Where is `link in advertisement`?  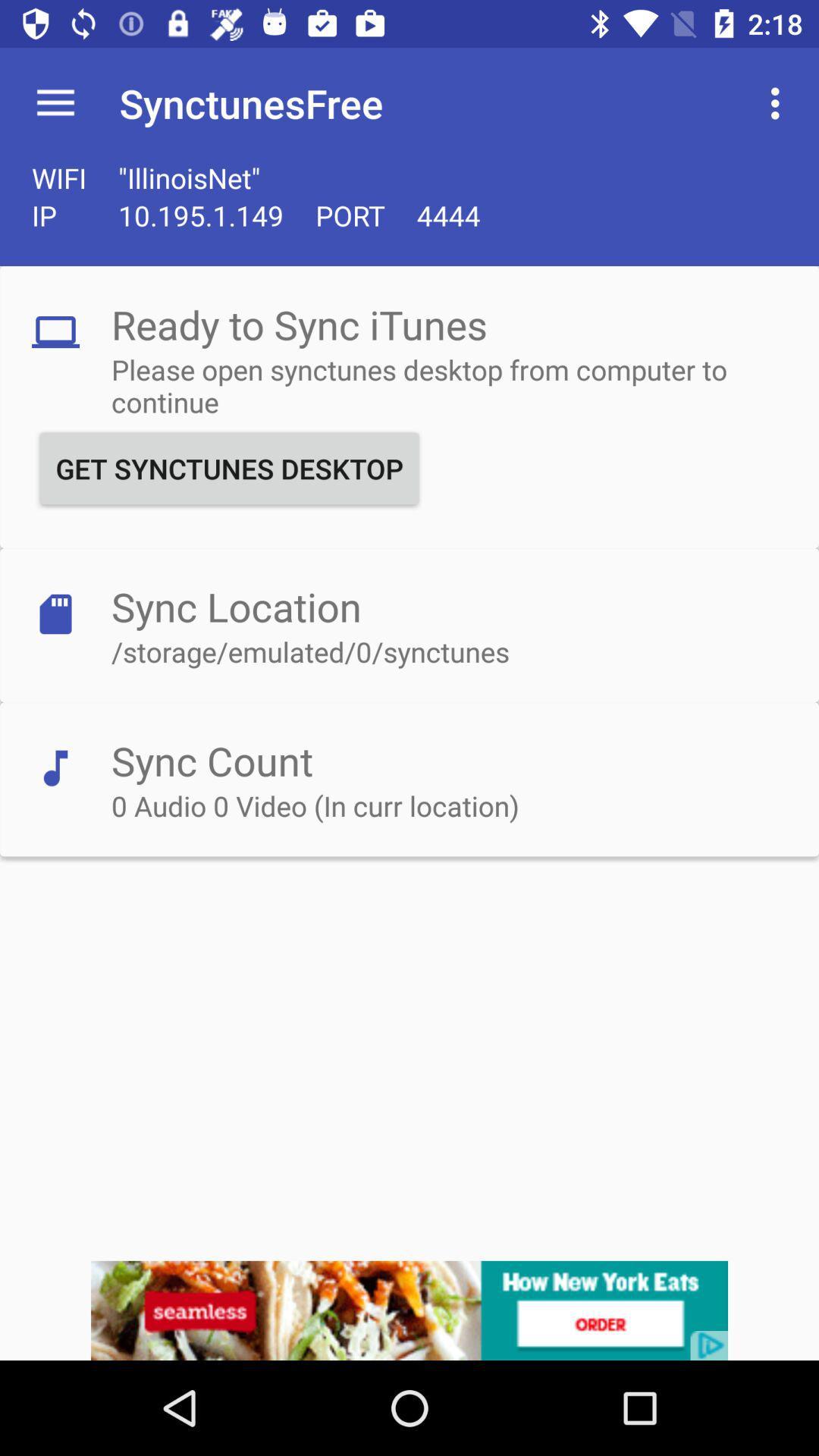
link in advertisement is located at coordinates (409, 1310).